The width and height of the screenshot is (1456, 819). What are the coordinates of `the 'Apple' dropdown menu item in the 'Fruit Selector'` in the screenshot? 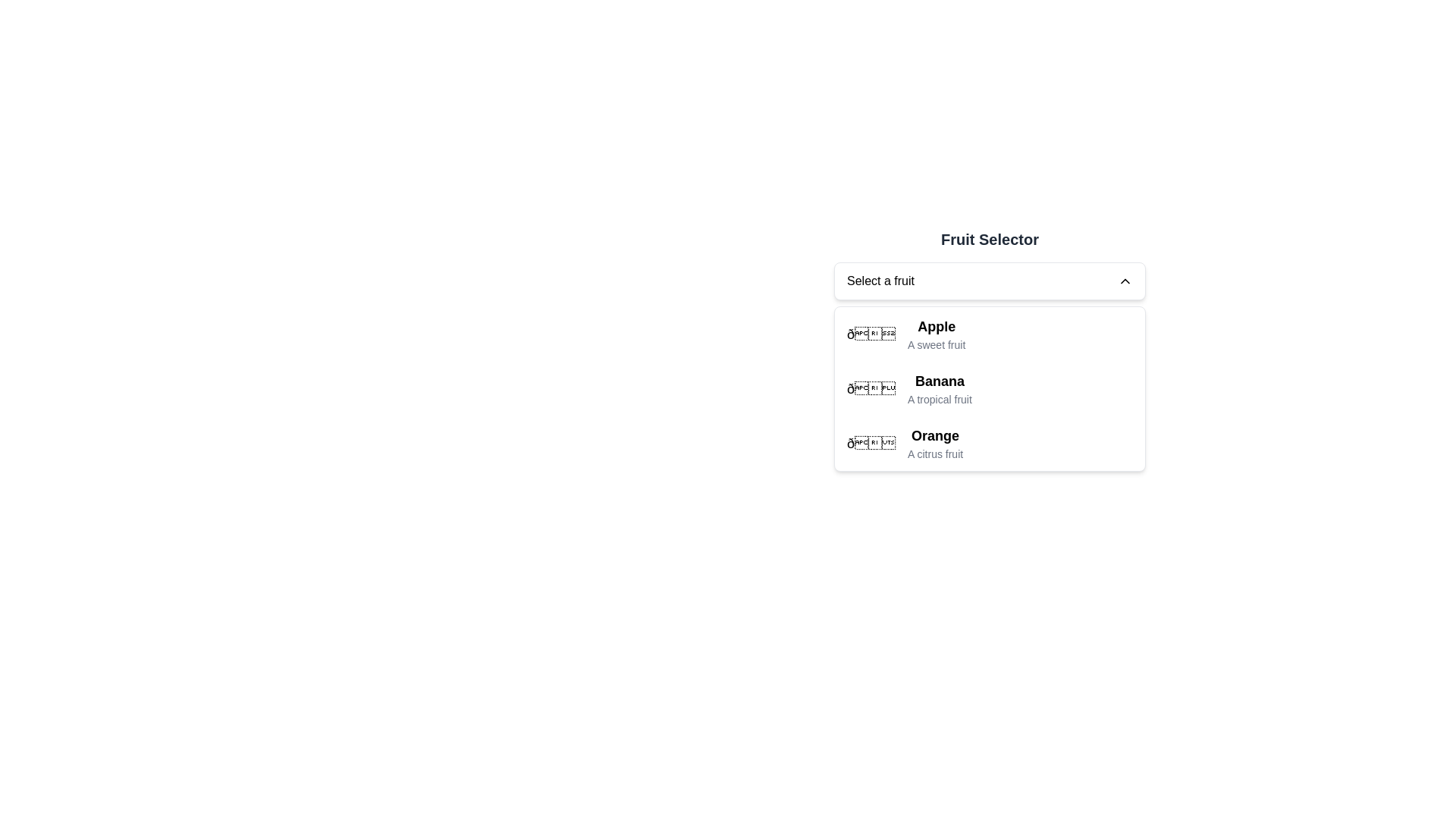 It's located at (936, 333).